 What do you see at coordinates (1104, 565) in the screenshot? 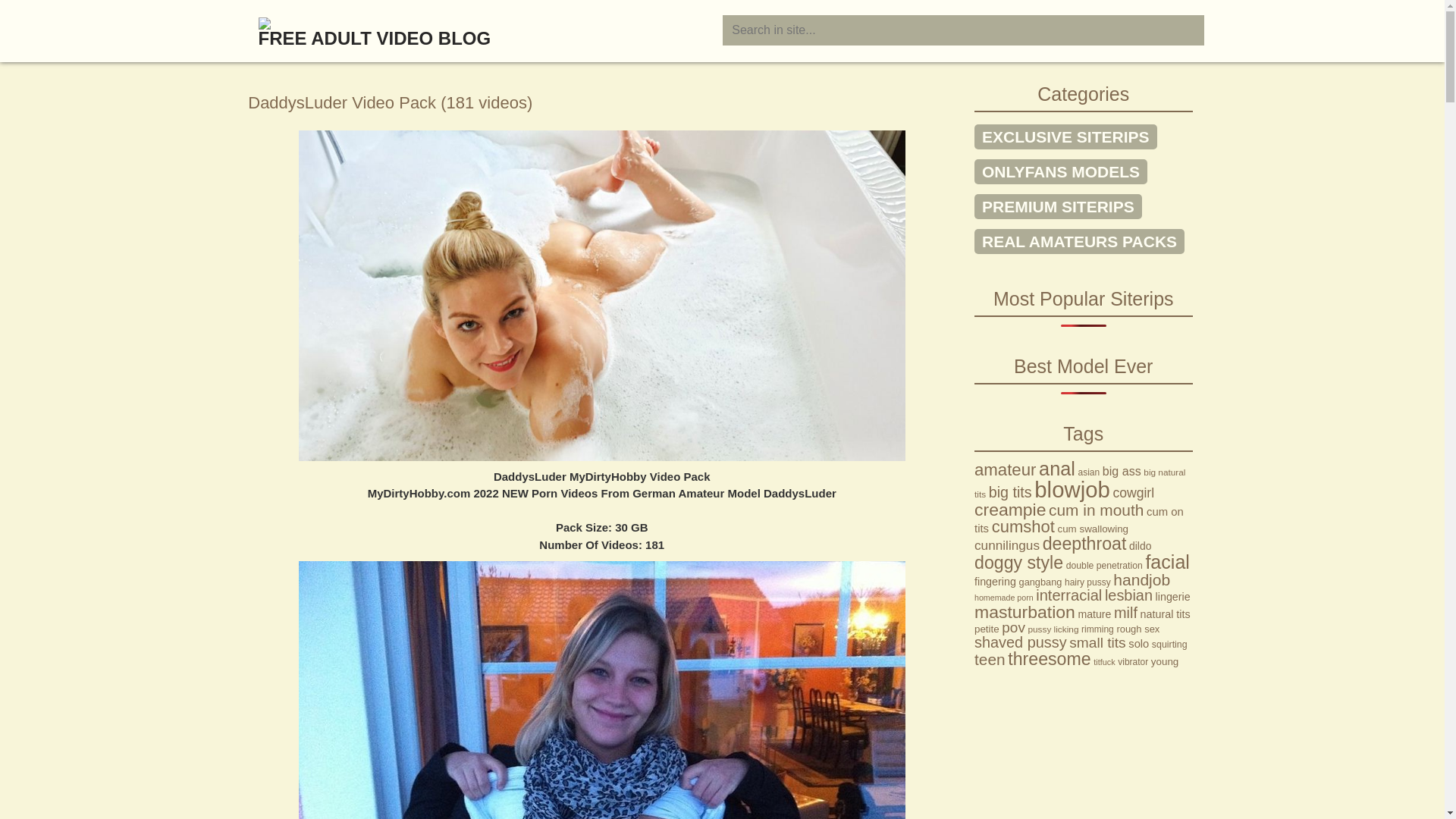
I see `'double penetration'` at bounding box center [1104, 565].